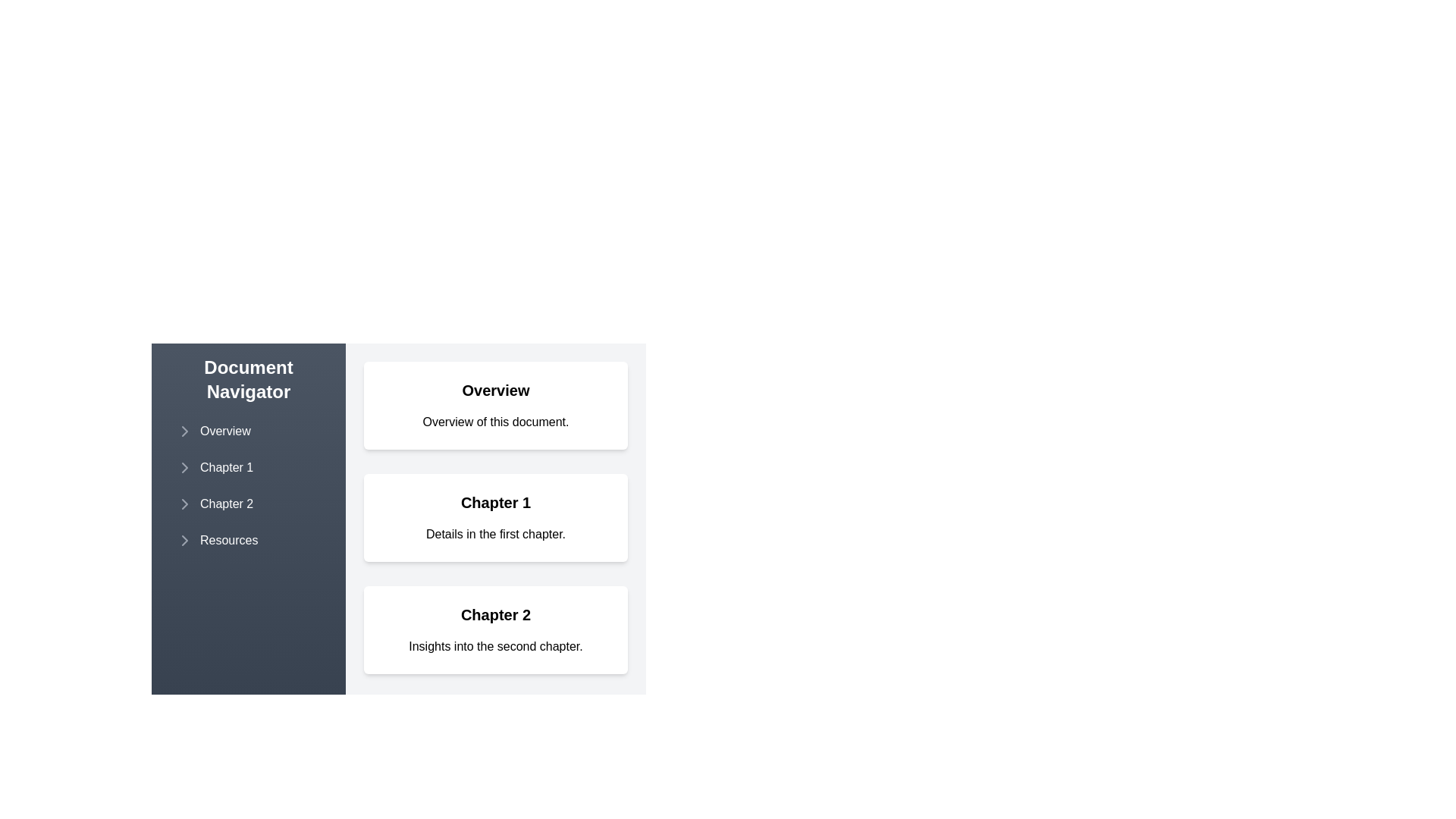 The width and height of the screenshot is (1456, 819). What do you see at coordinates (495, 629) in the screenshot?
I see `the card titled 'Chapter 2' which features a bold title and a description below it, located in the center section of the layout` at bounding box center [495, 629].